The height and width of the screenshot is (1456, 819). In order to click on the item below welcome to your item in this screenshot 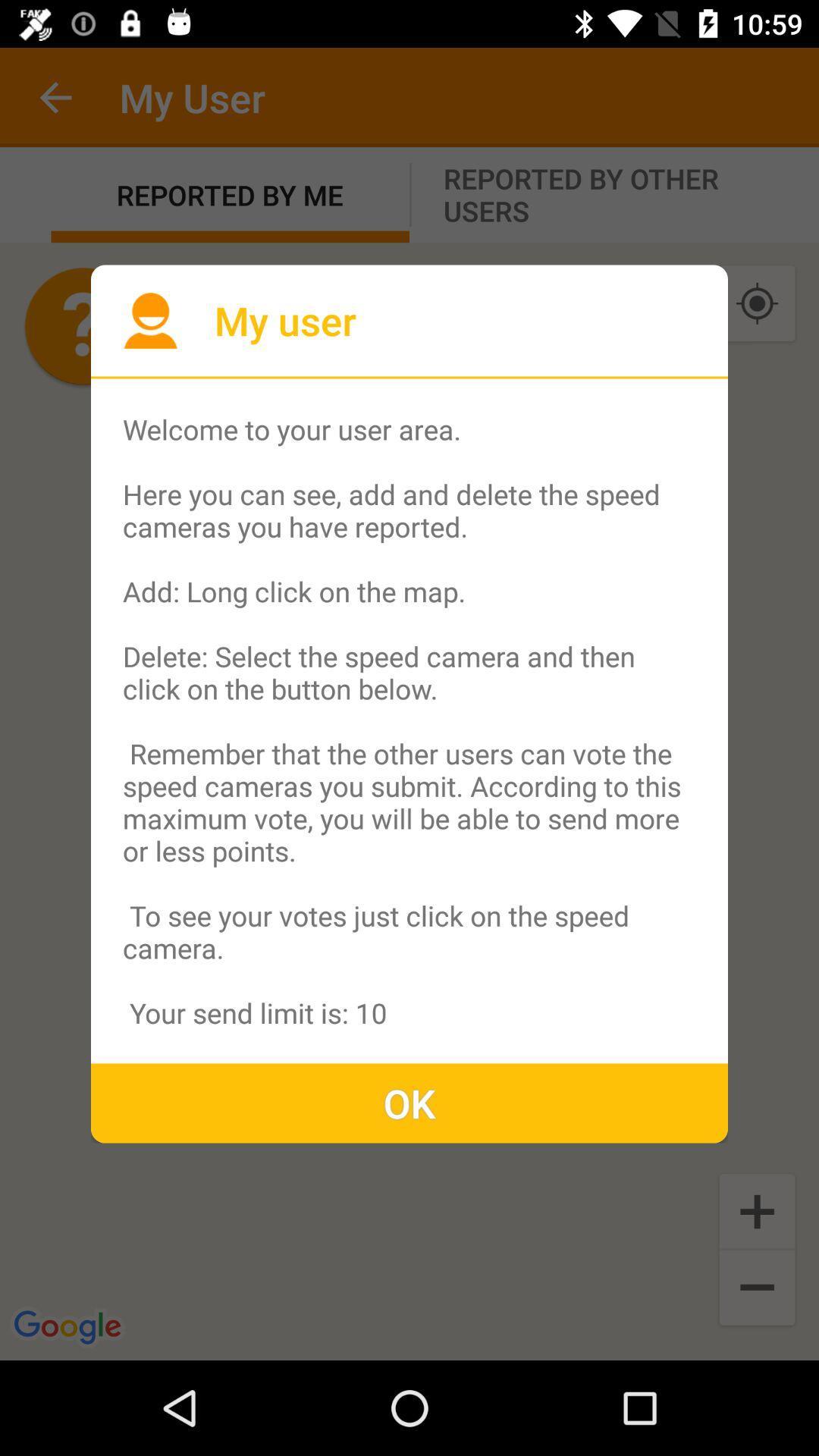, I will do `click(409, 1103)`.